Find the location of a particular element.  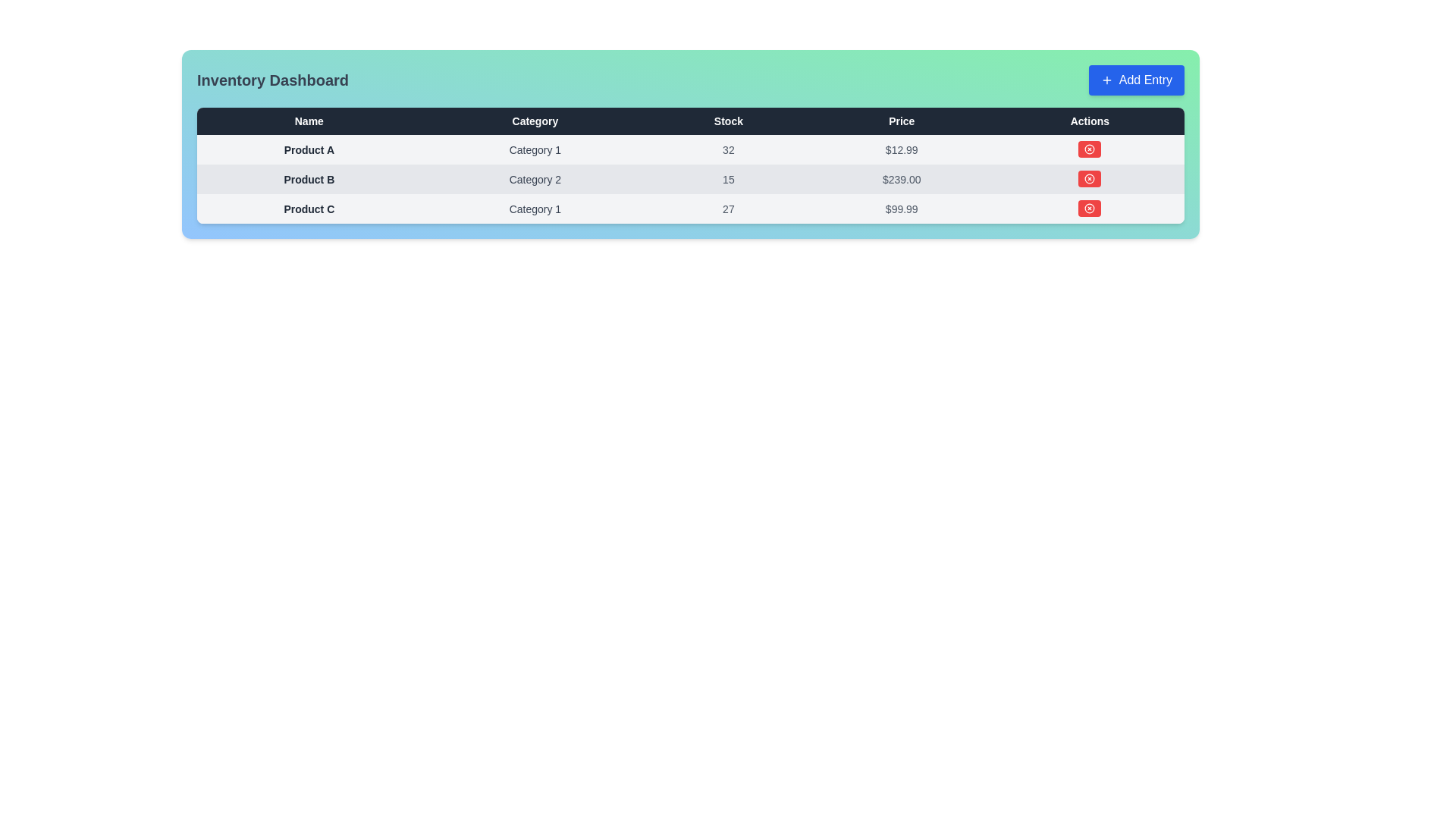

the Plain Text element that indicates the category classification of 'Product B' in the table, located in the second column next to 'Product B' and '15' is located at coordinates (535, 178).